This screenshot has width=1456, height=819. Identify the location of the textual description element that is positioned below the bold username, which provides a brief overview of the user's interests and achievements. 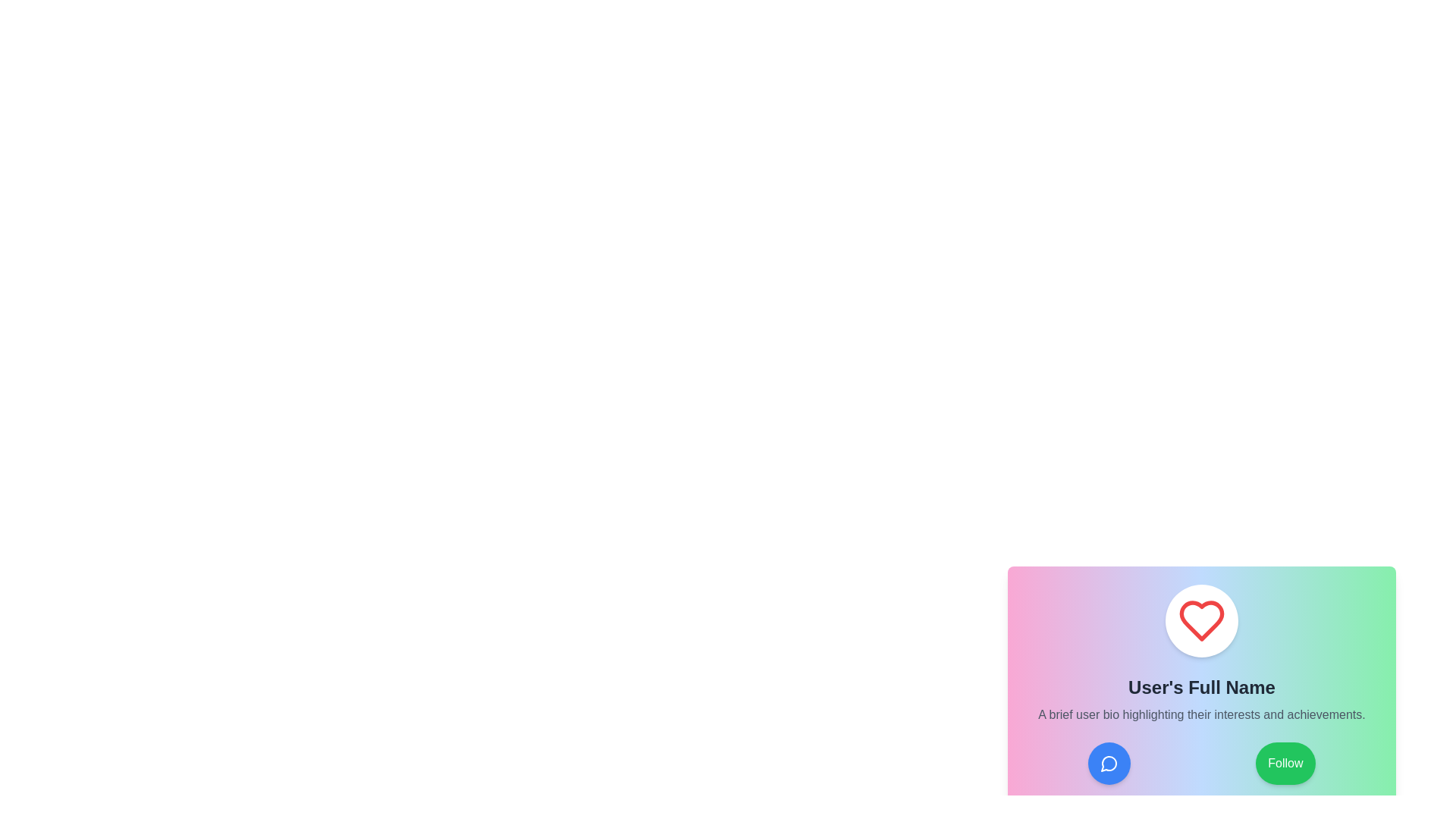
(1200, 714).